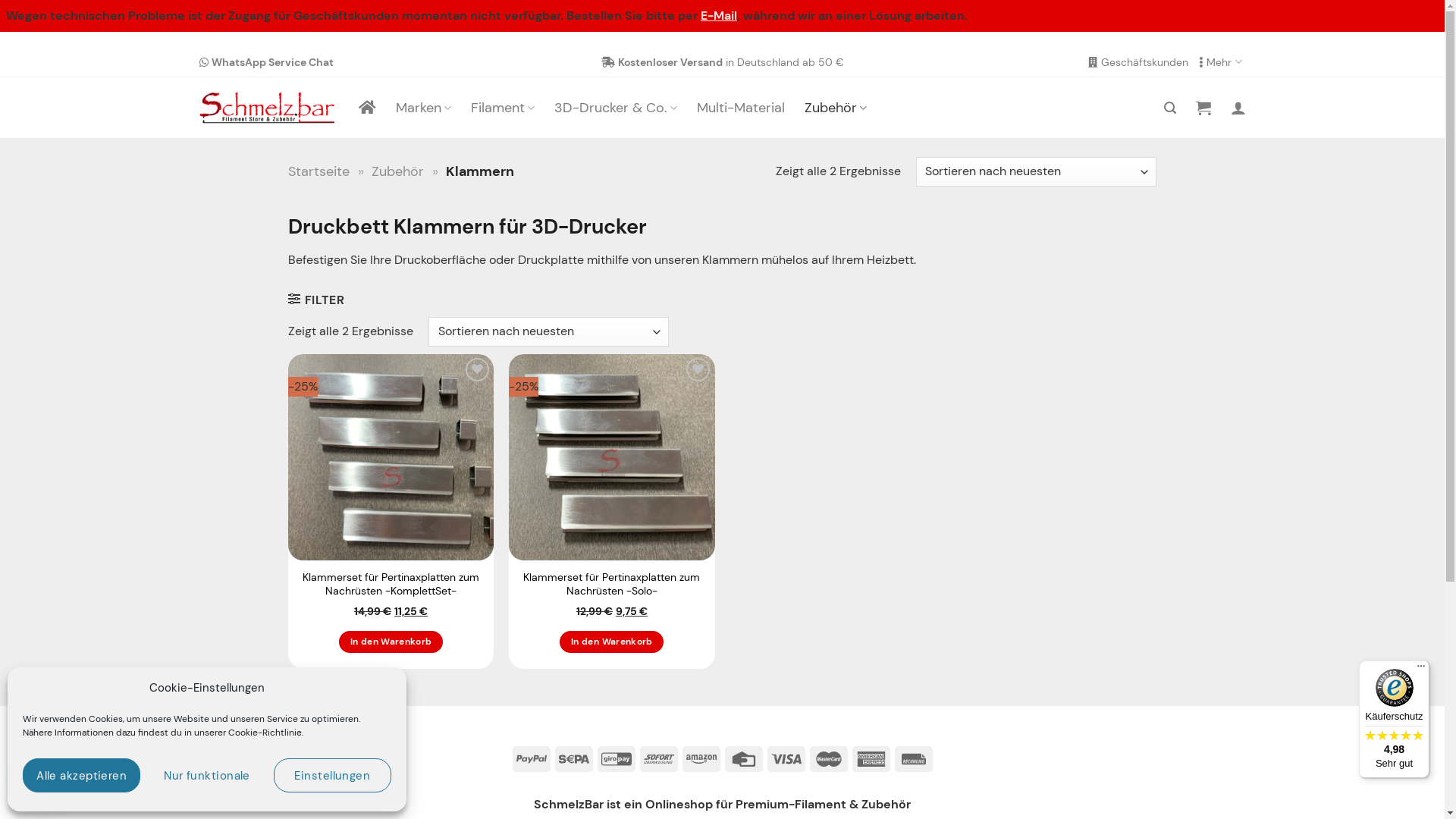  What do you see at coordinates (227, 731) in the screenshot?
I see `'Cookie-Richtlinie'` at bounding box center [227, 731].